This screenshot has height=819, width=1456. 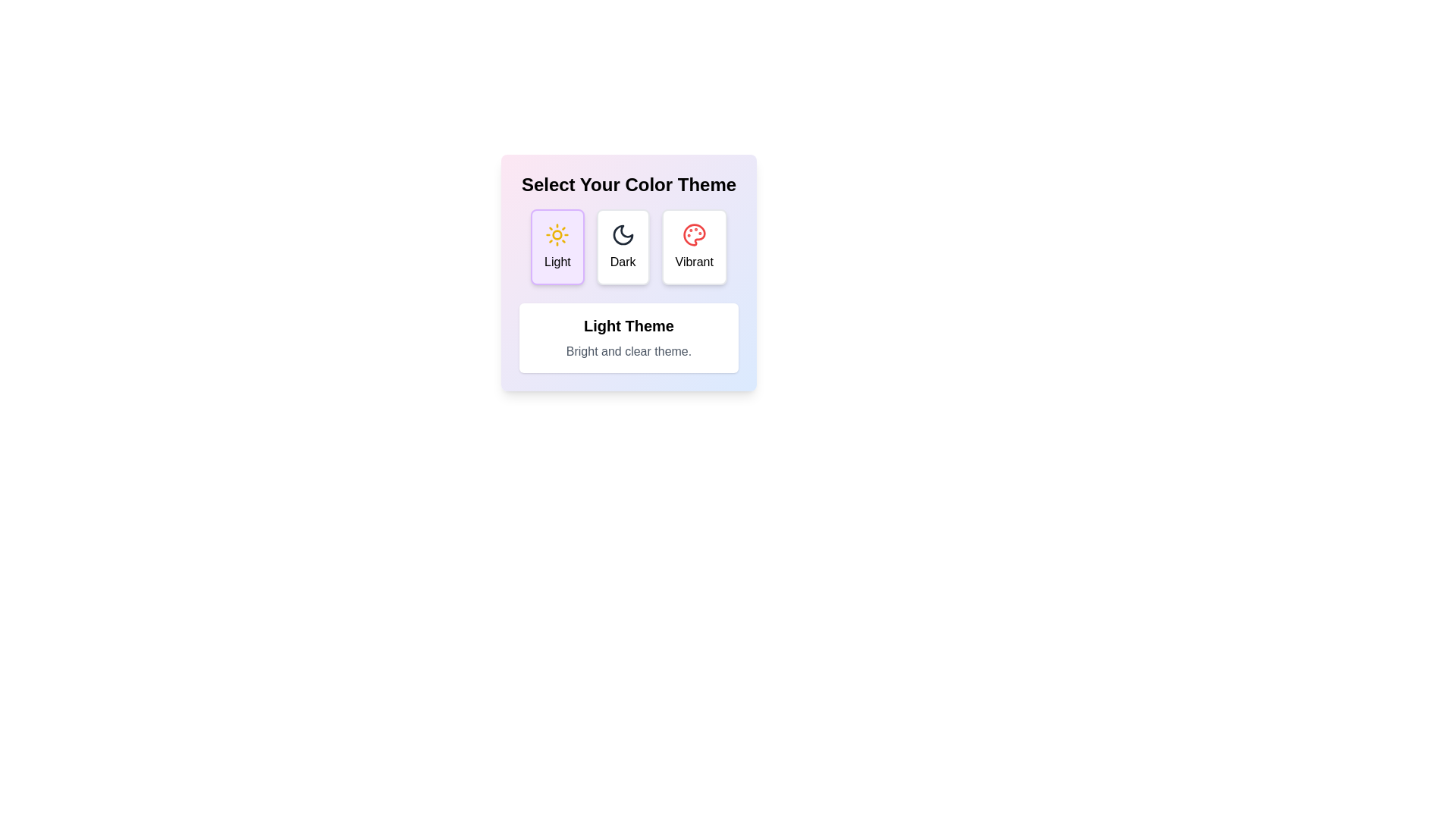 What do you see at coordinates (623, 262) in the screenshot?
I see `the text label that displays the word 'Dark', which is located beneath a crescent moon icon in the theme selection card` at bounding box center [623, 262].